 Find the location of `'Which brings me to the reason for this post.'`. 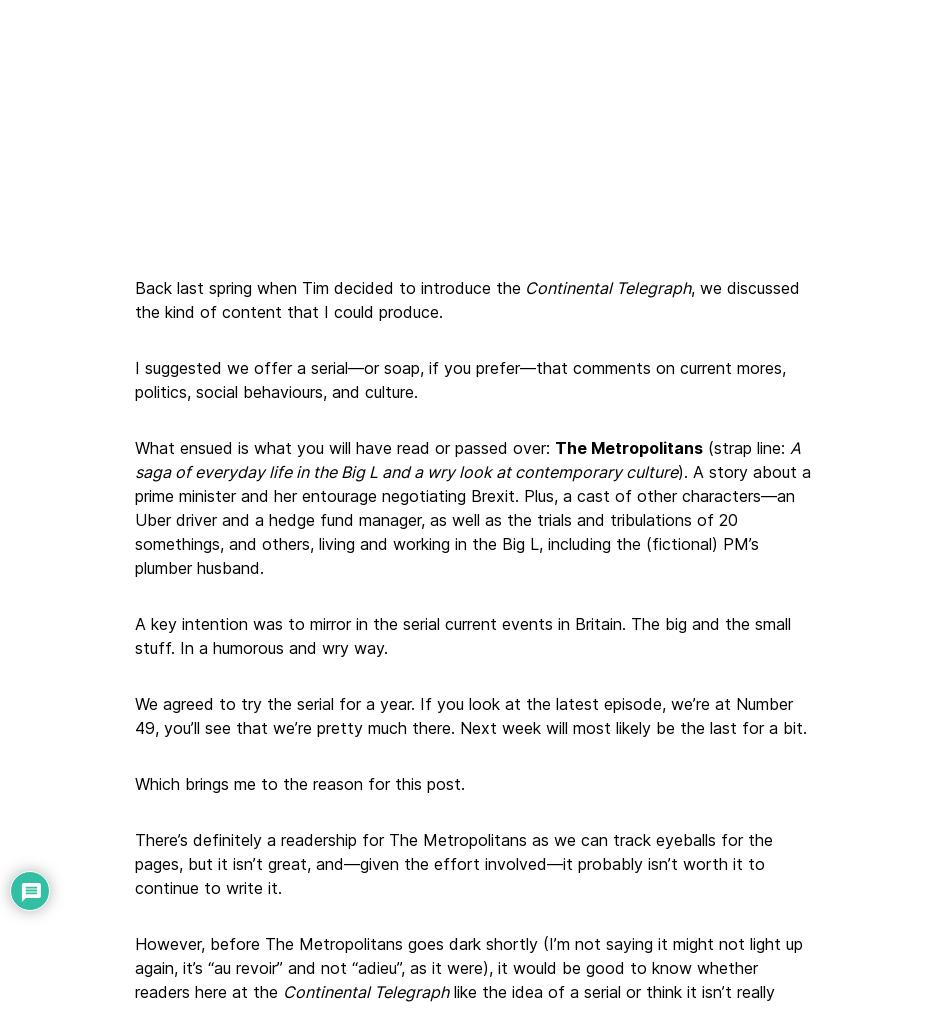

'Which brings me to the reason for this post.' is located at coordinates (299, 782).